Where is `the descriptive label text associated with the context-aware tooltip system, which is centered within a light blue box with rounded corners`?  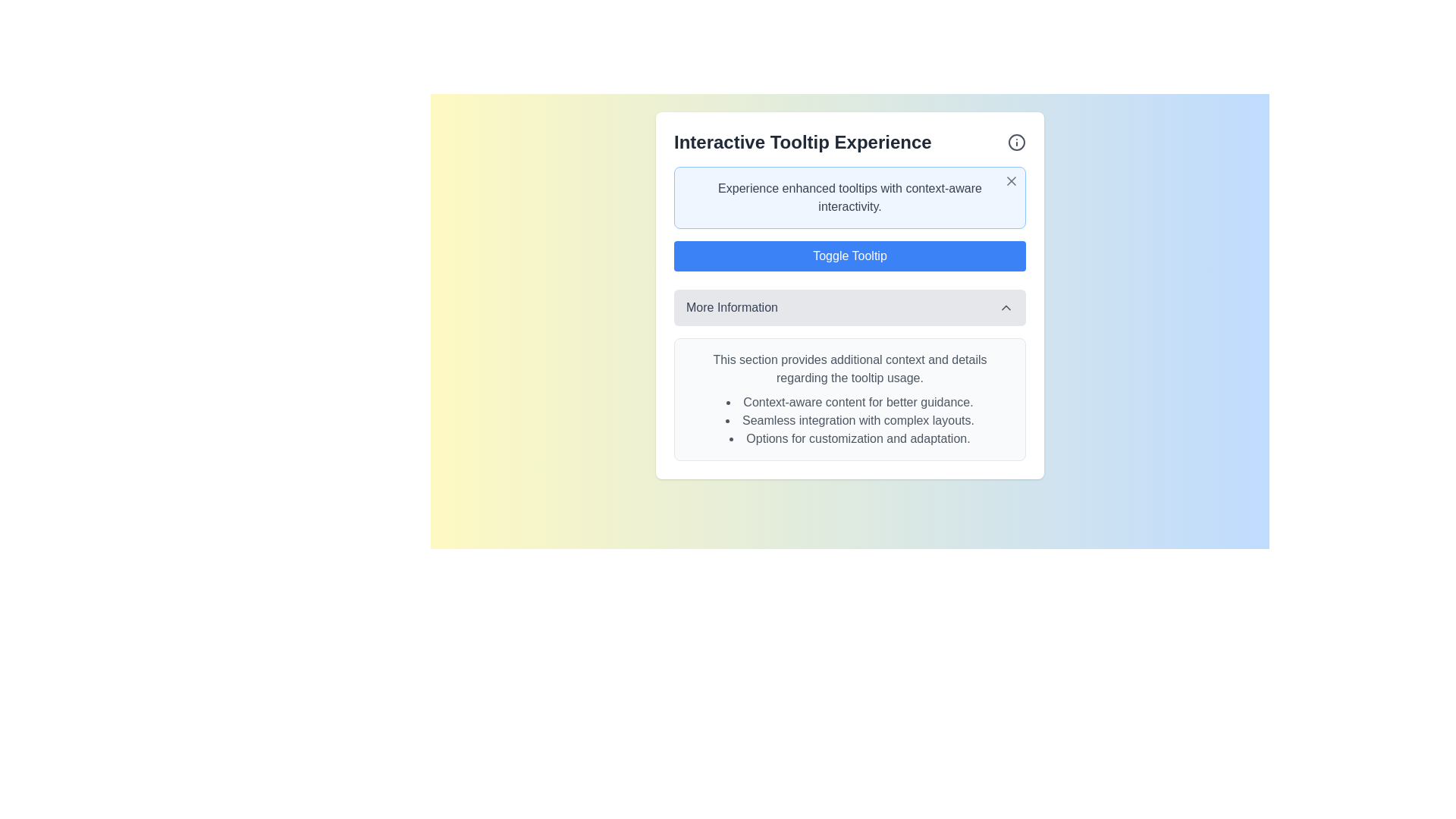 the descriptive label text associated with the context-aware tooltip system, which is centered within a light blue box with rounded corners is located at coordinates (850, 197).